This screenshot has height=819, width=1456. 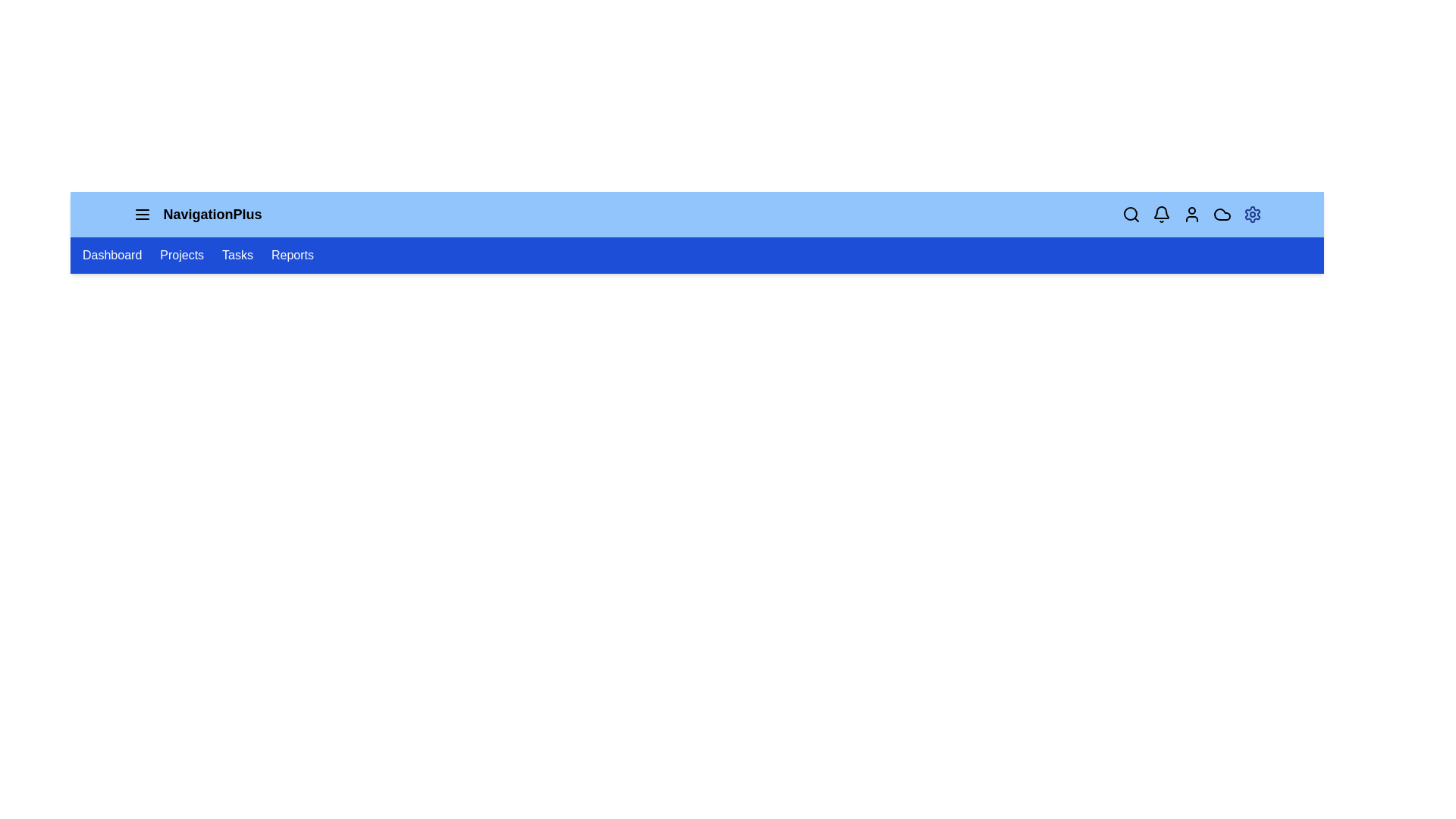 What do you see at coordinates (236, 254) in the screenshot?
I see `the navigation link labeled Tasks` at bounding box center [236, 254].